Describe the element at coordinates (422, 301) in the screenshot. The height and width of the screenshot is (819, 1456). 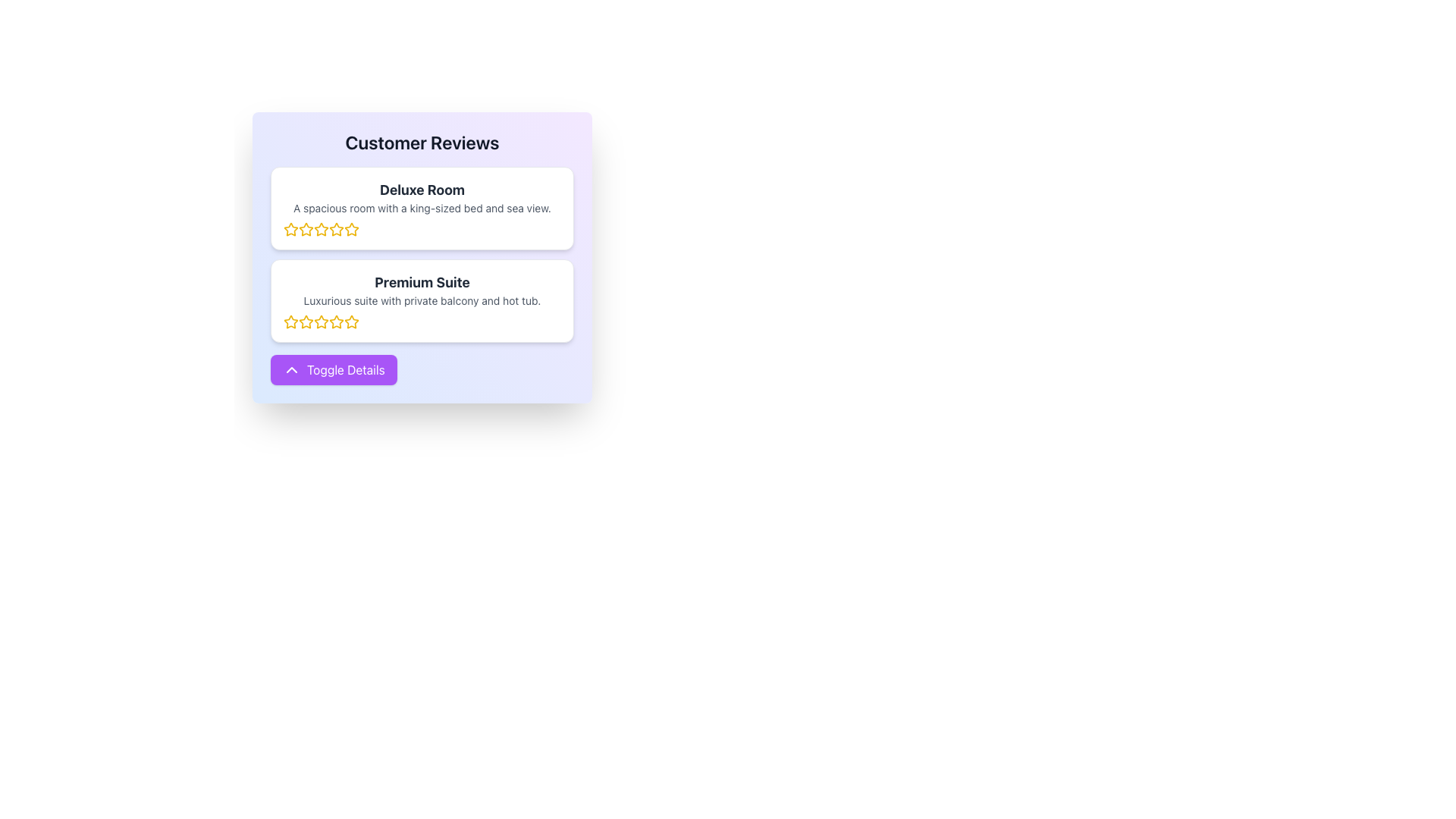
I see `the text description reading 'Luxurious suite with private balcony and hot tub.' located in the second card under the title 'Premium Suite'` at that location.